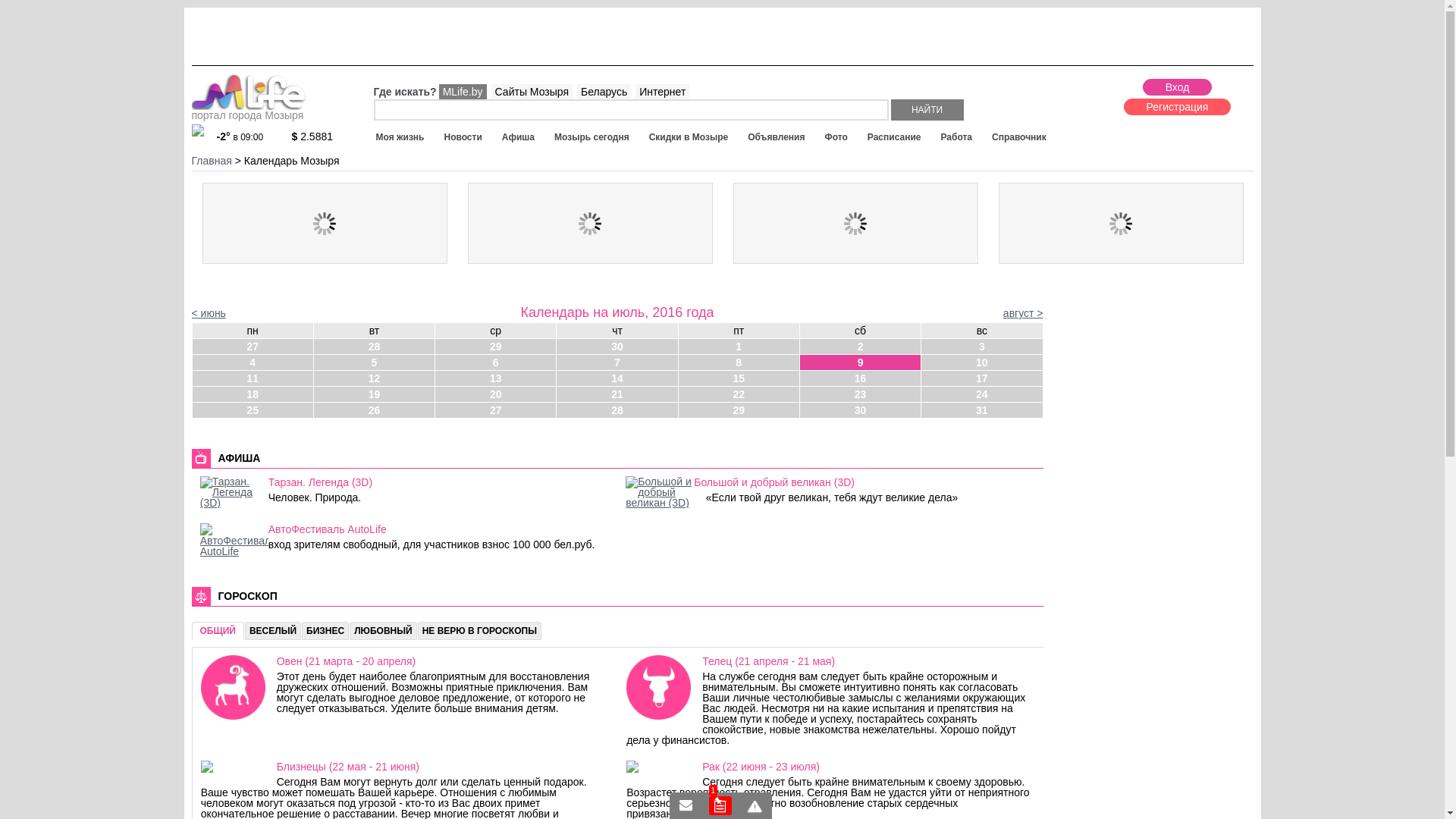 The height and width of the screenshot is (819, 1456). What do you see at coordinates (253, 409) in the screenshot?
I see `'25'` at bounding box center [253, 409].